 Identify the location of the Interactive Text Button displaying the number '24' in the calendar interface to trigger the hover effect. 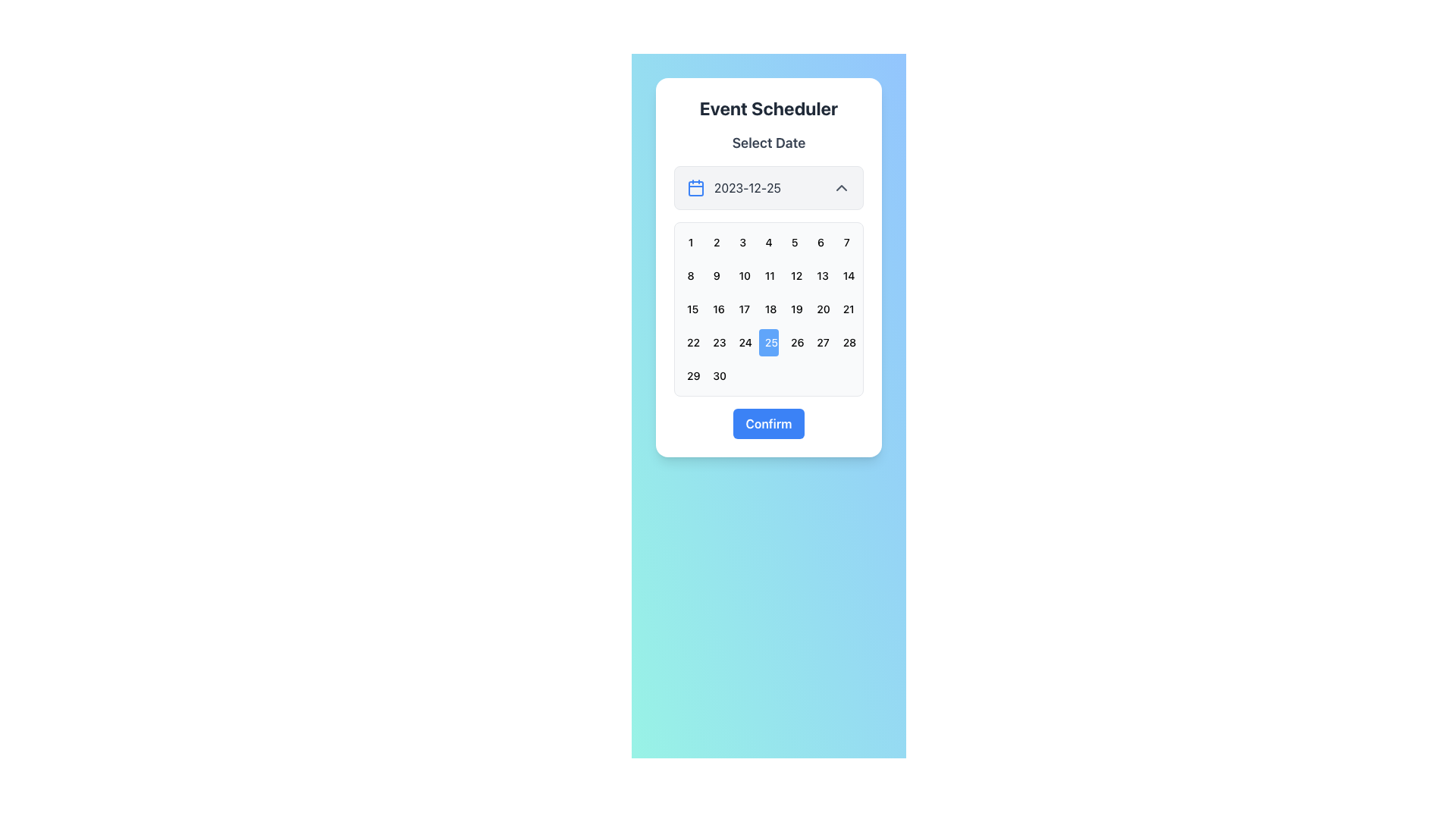
(742, 342).